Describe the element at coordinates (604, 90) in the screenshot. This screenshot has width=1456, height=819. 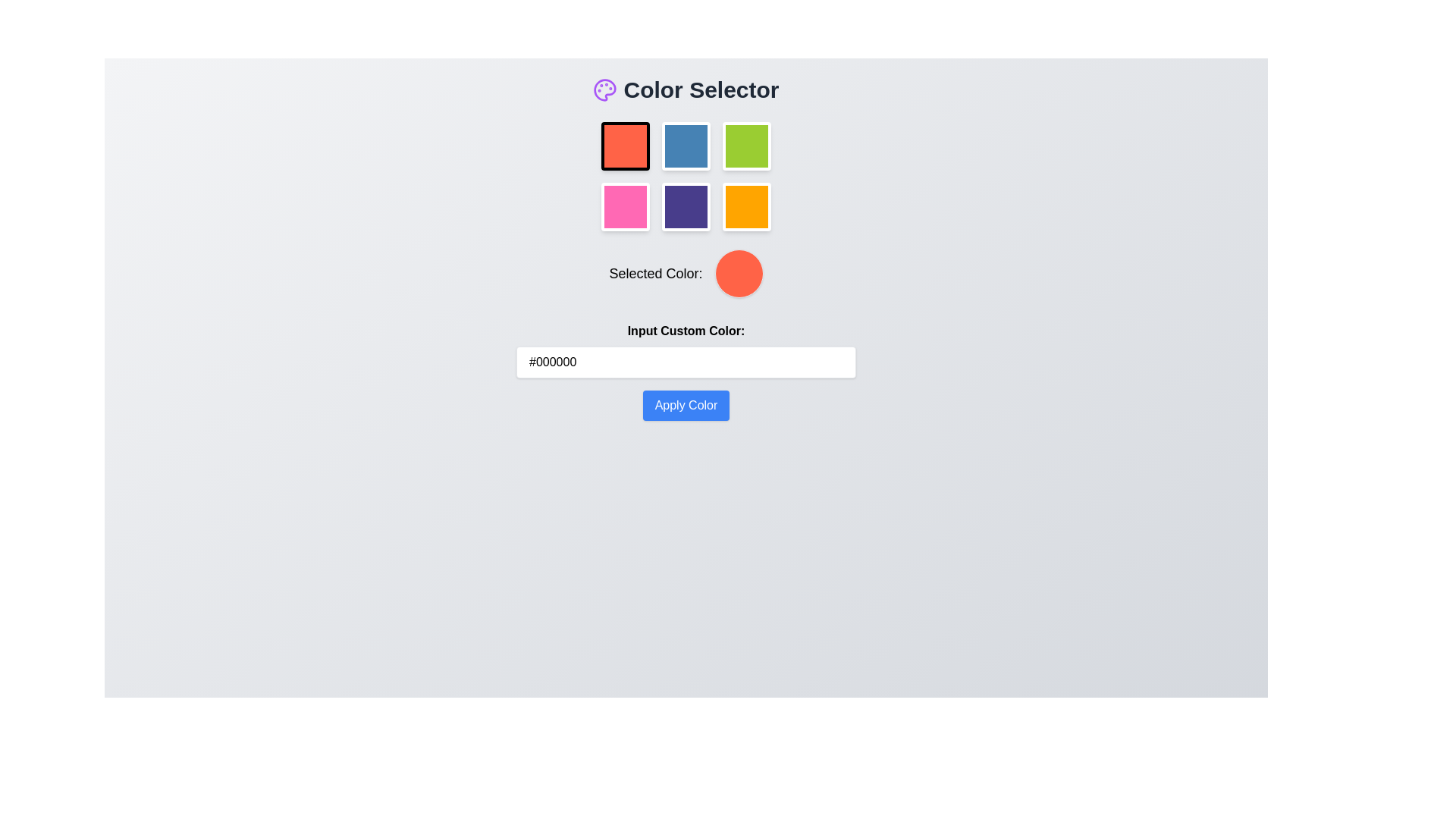
I see `the color selector icon, which is a purple palette graphic with circular design and cut-out patterns, located at the top of the interface` at that location.